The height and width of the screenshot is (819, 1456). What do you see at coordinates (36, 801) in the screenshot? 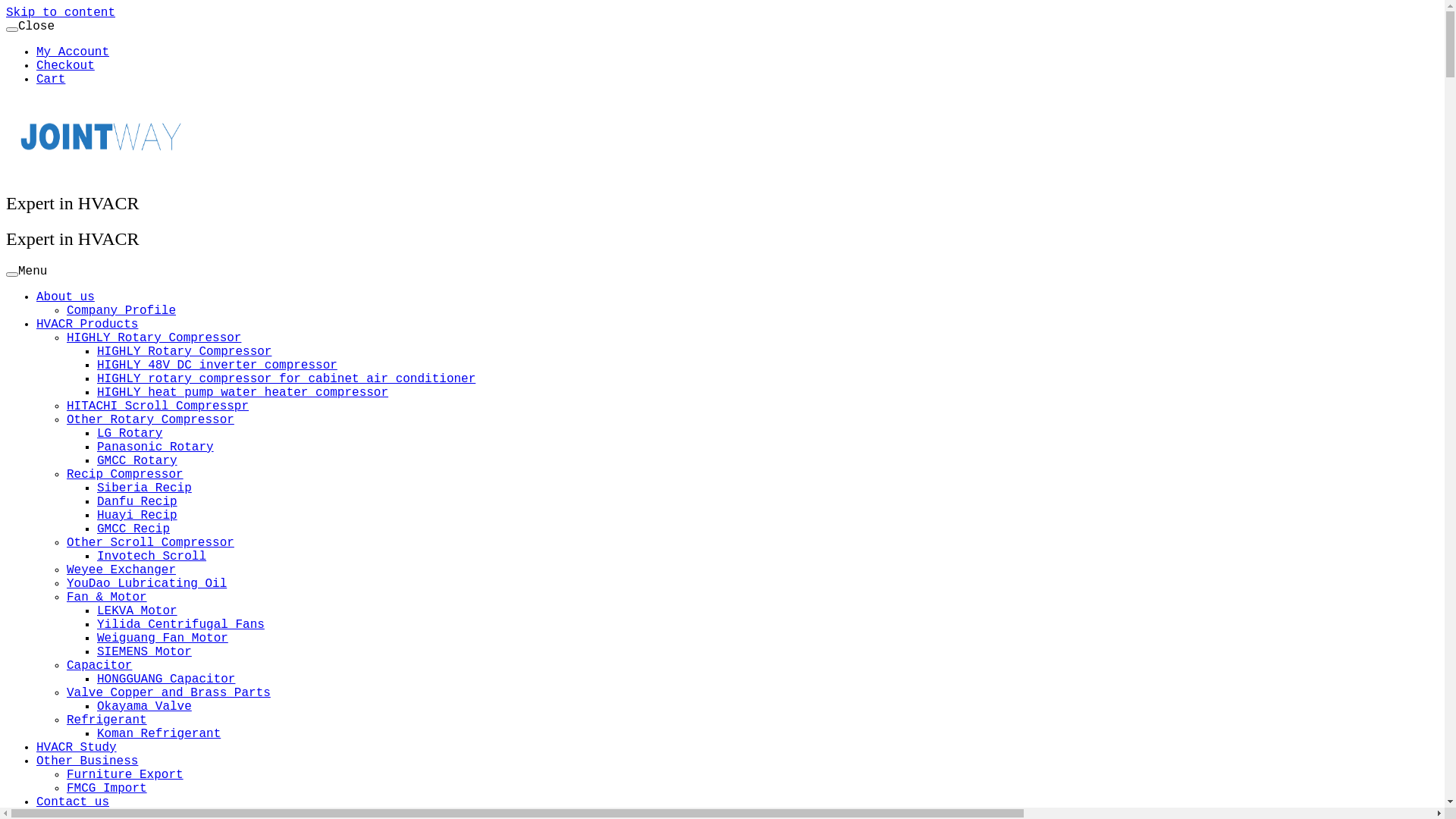
I see `'Contact us'` at bounding box center [36, 801].